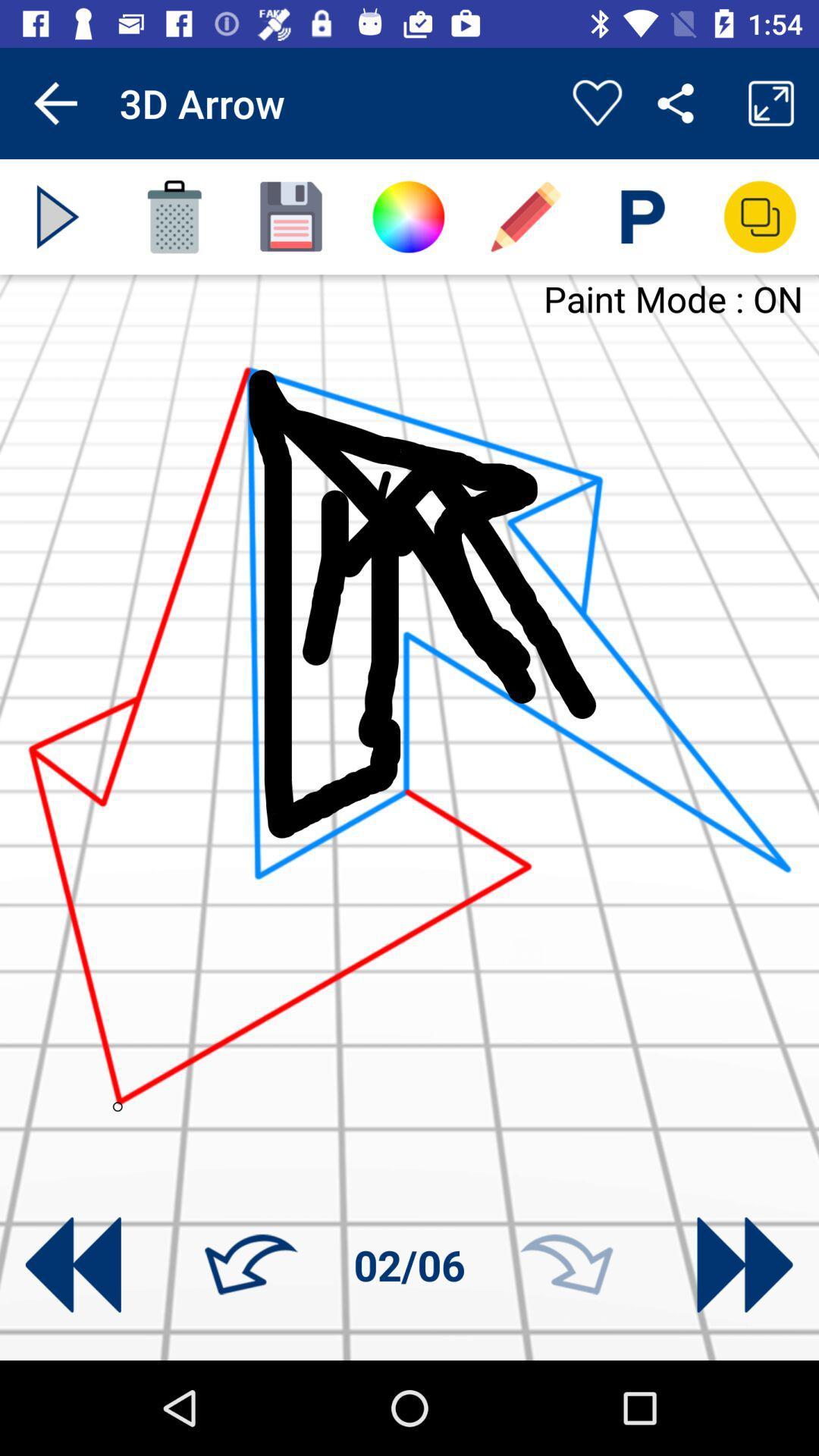  What do you see at coordinates (250, 1265) in the screenshot?
I see `turn left` at bounding box center [250, 1265].